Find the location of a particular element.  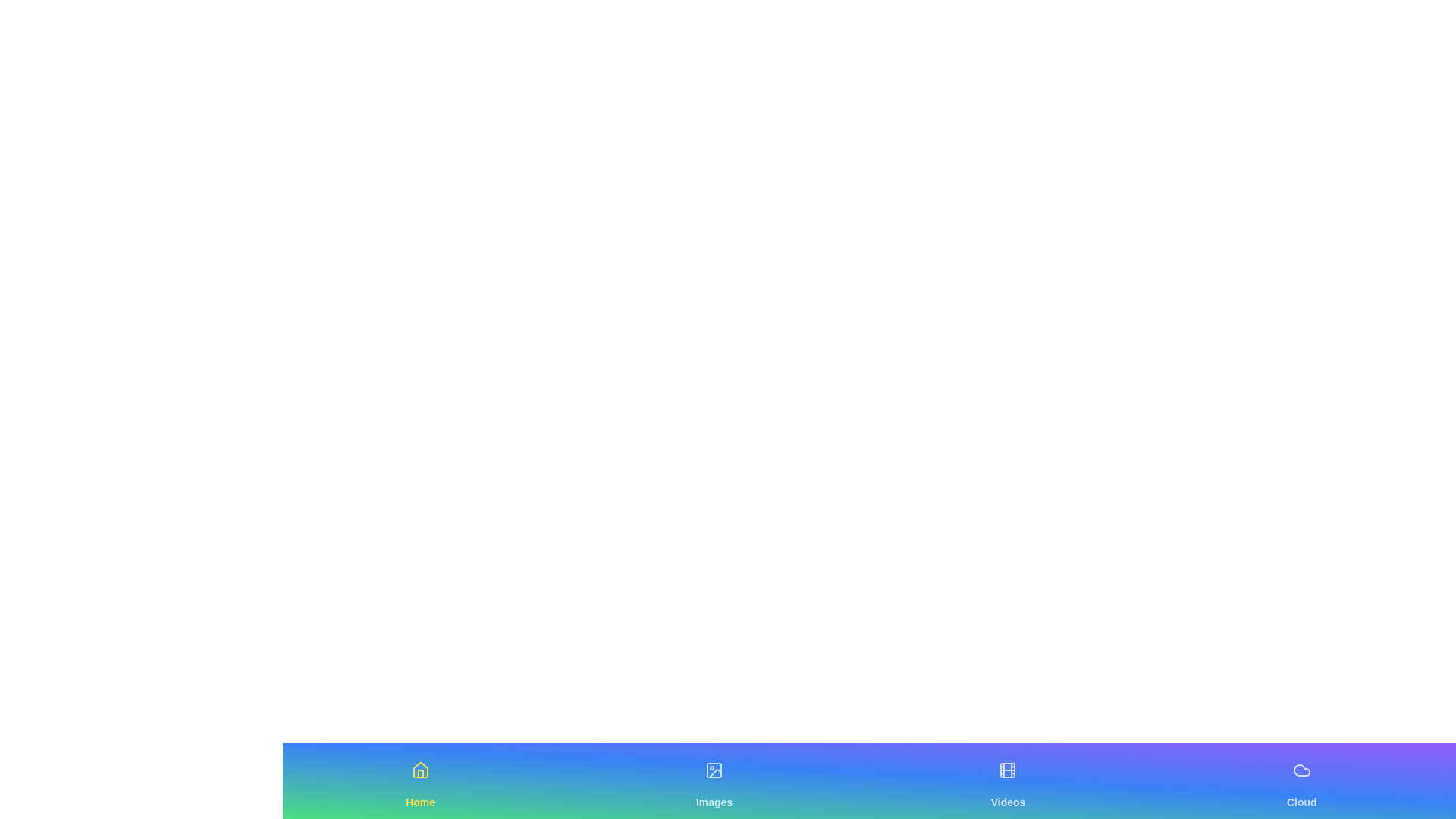

the Cloud navigation tab to switch views is located at coordinates (1301, 780).